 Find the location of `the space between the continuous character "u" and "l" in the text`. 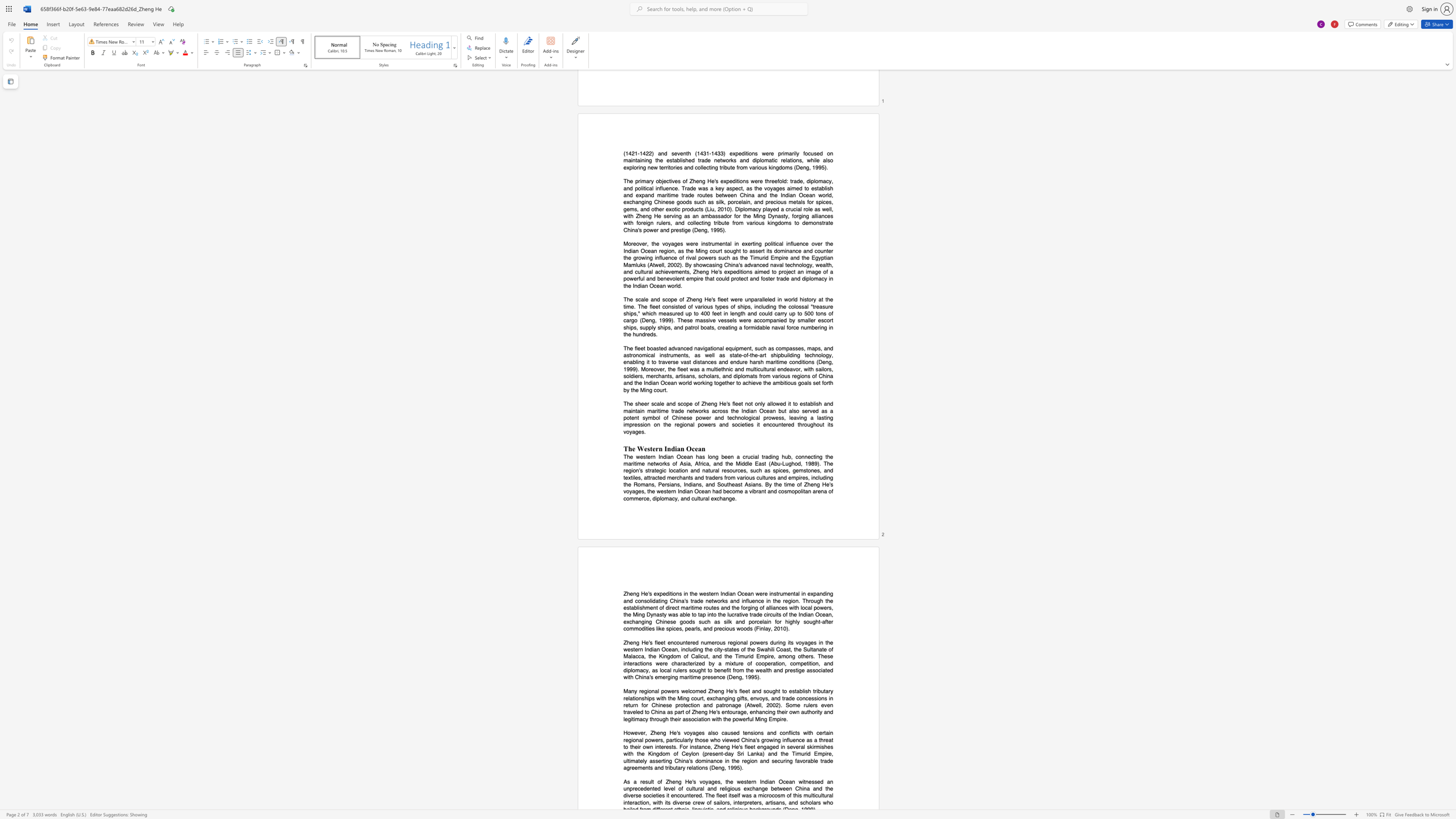

the space between the continuous character "u" and "l" in the text is located at coordinates (650, 782).